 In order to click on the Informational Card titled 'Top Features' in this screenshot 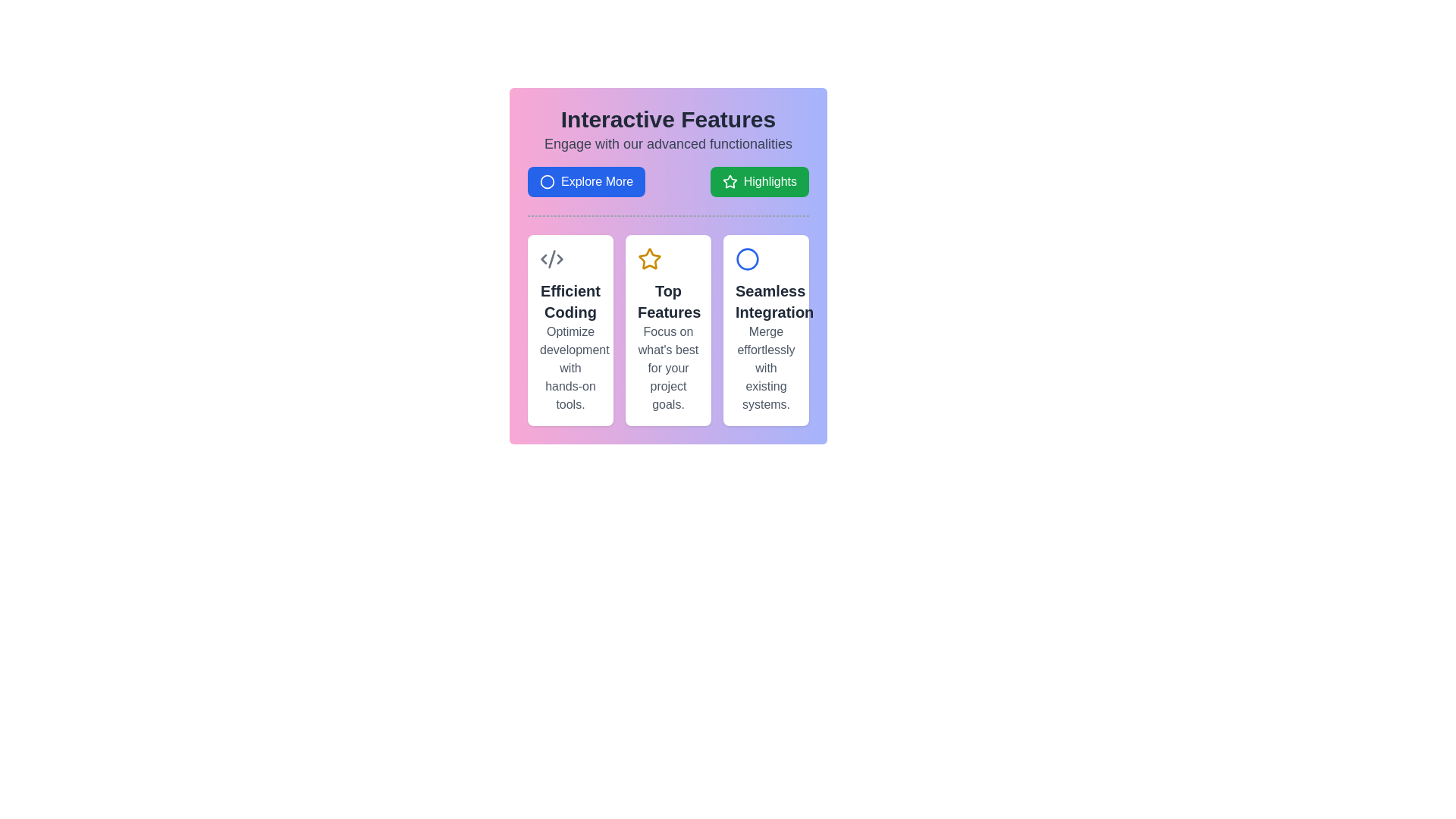, I will do `click(667, 329)`.